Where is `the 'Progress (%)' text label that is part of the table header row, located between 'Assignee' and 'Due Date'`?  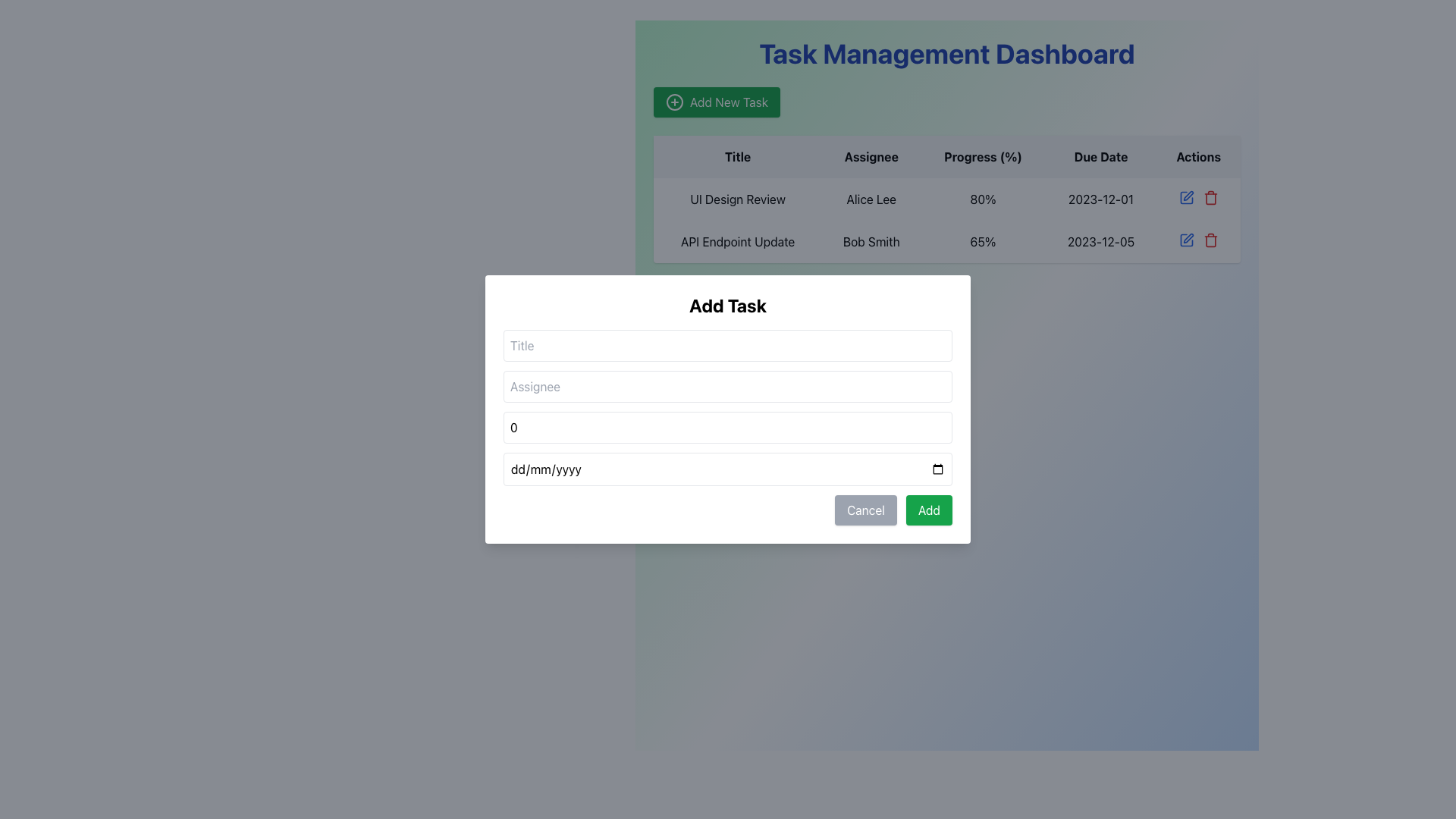 the 'Progress (%)' text label that is part of the table header row, located between 'Assignee' and 'Due Date' is located at coordinates (983, 157).